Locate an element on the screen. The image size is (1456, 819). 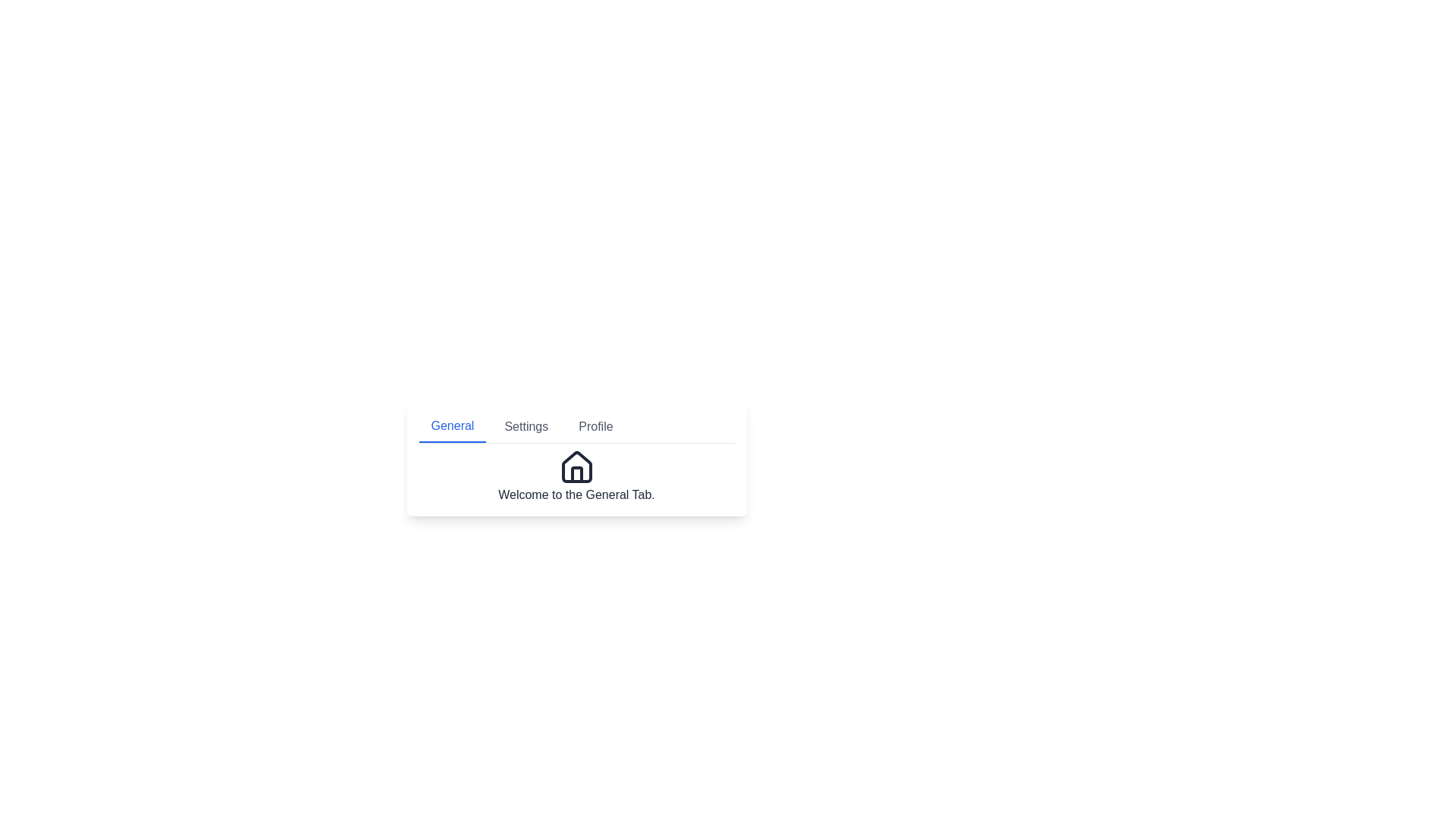
the 'General' tab, which is the first tab in a tab list styled with blue text and a blue bottom border, to switch to the General section is located at coordinates (451, 427).